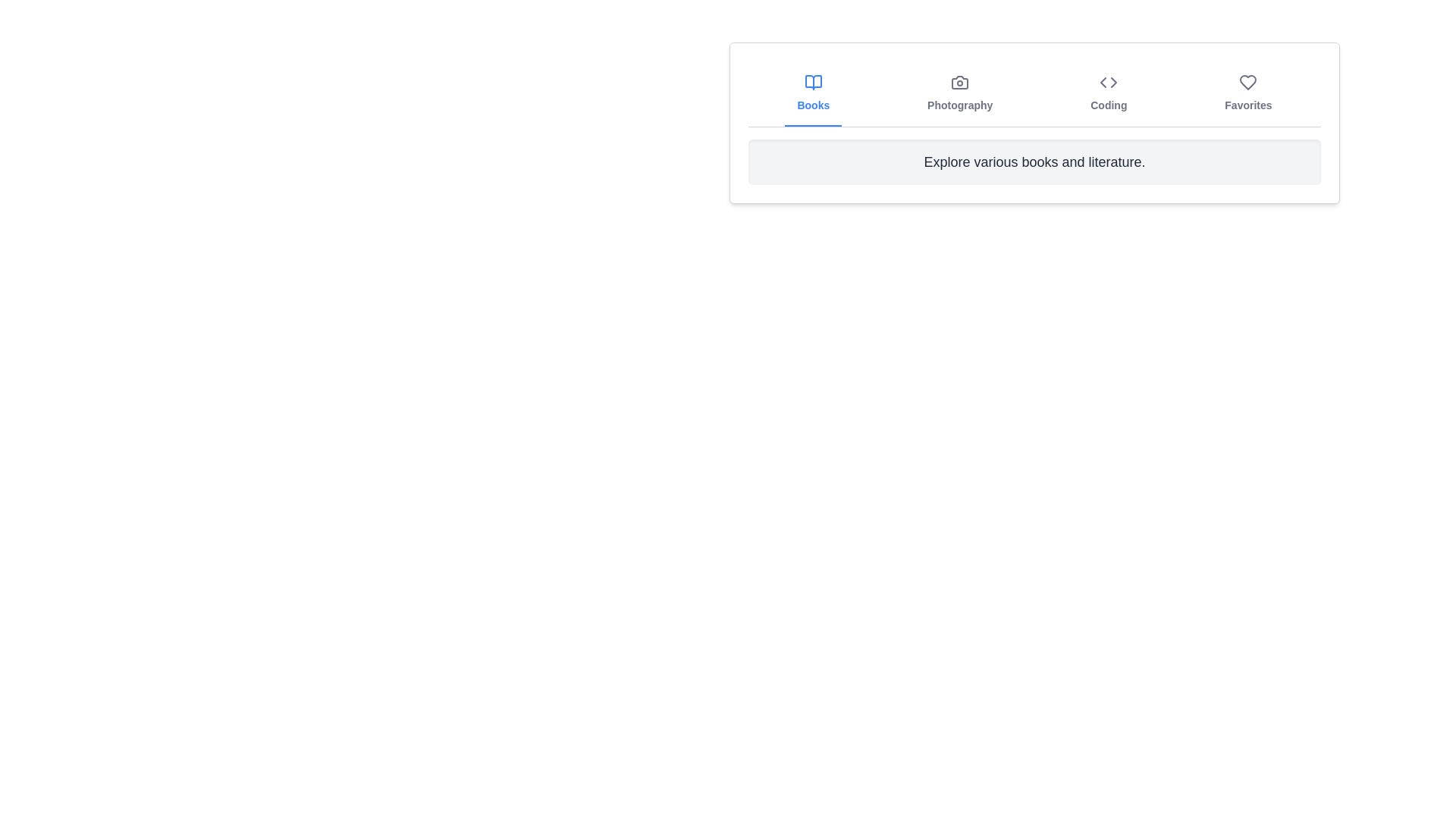  What do you see at coordinates (1248, 82) in the screenshot?
I see `the hollow heart icon with a dark outline representing the 'Favorites' feature, located at the top-right corner of the interface, above the 'Favorites' label` at bounding box center [1248, 82].